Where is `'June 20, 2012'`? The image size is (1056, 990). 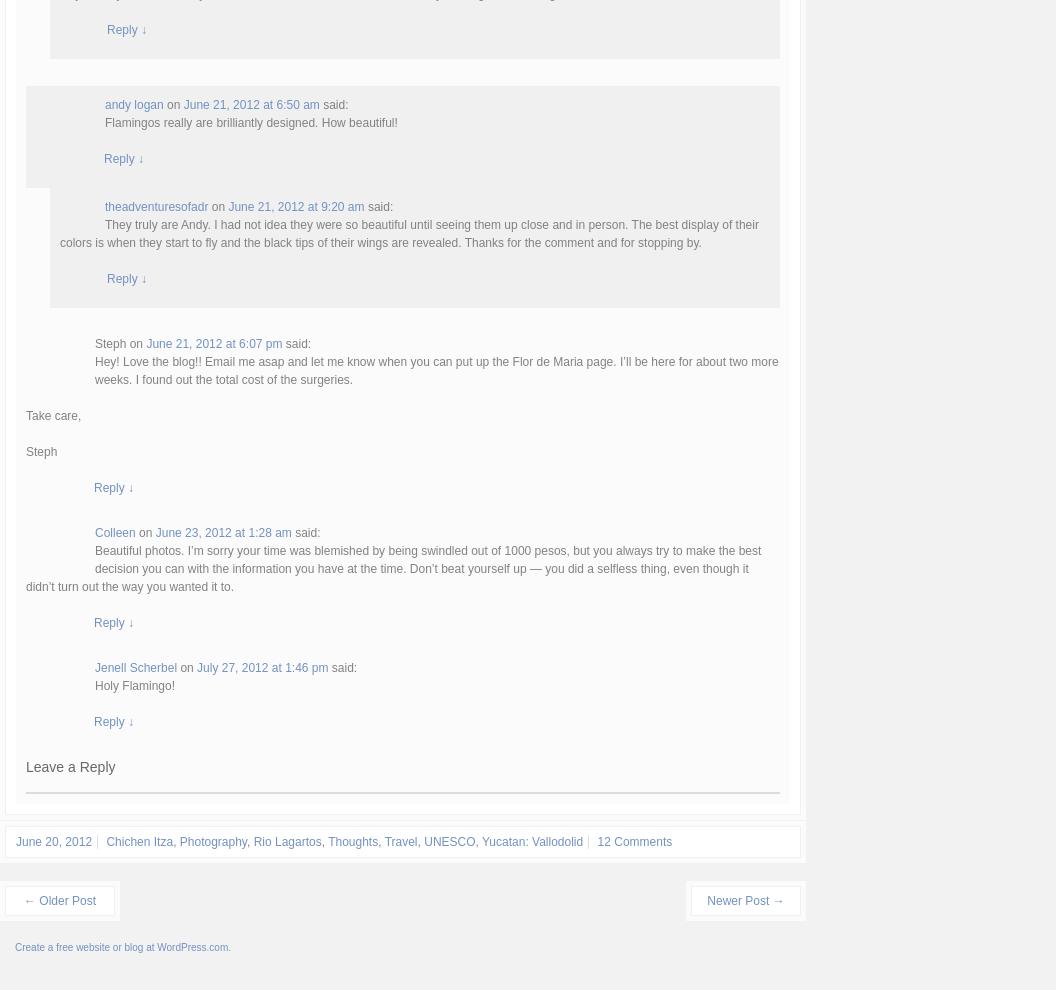 'June 20, 2012' is located at coordinates (53, 840).